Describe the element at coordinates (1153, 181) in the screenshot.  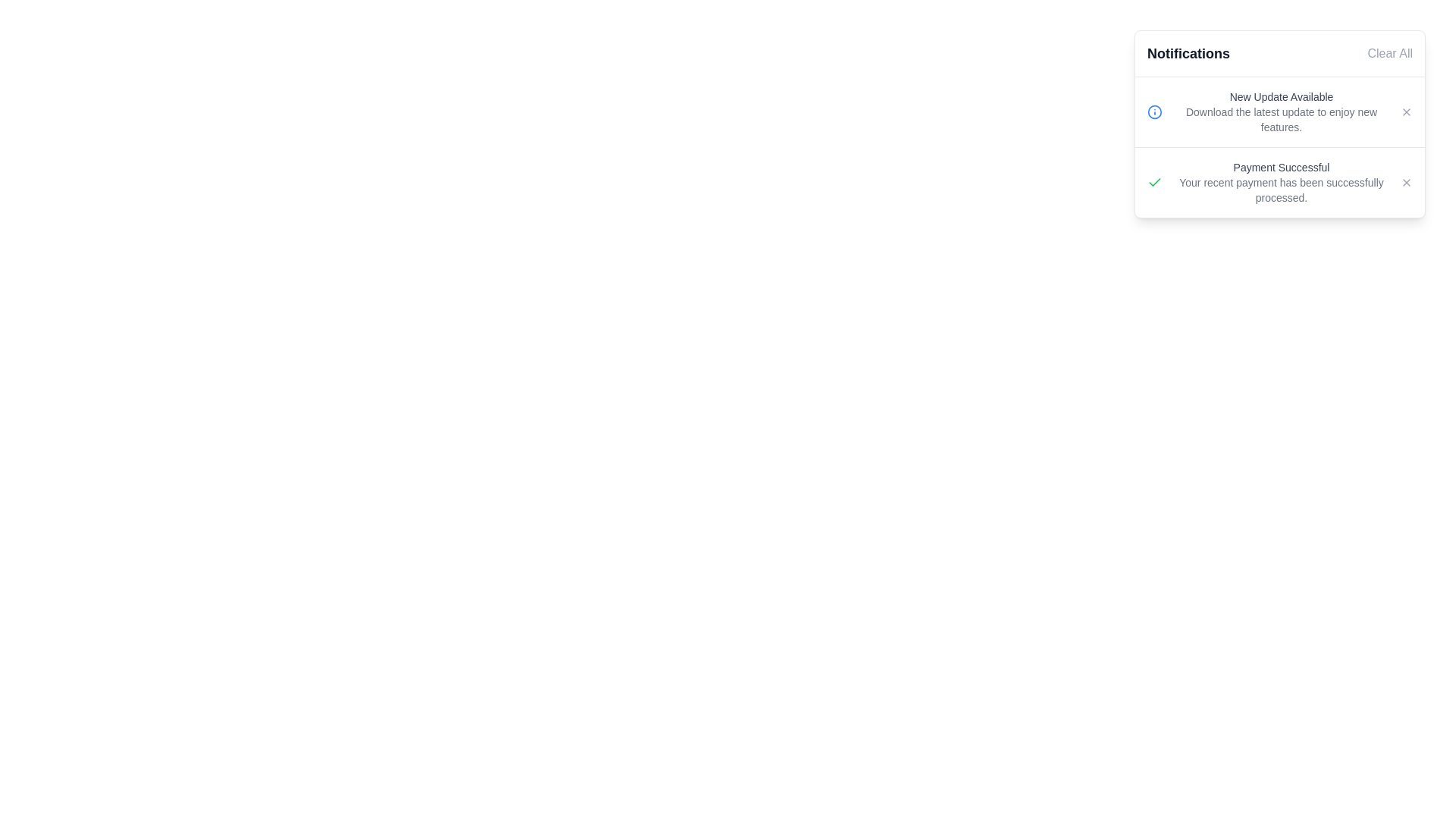
I see `the visual confirmation icon for a successful payment located in the 'Payment Successful' notification card, positioned to the left of the title text` at that location.